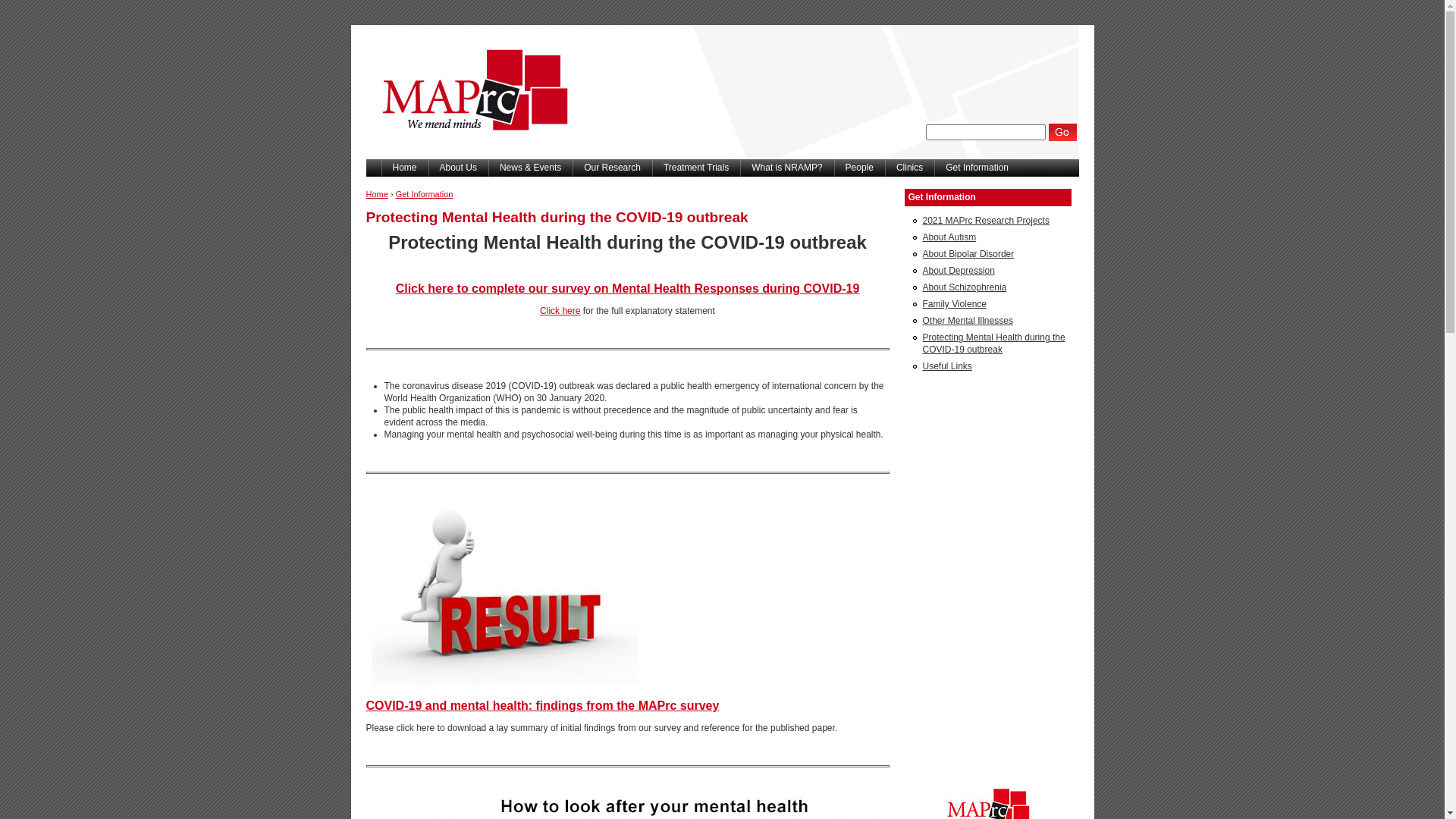 The width and height of the screenshot is (1456, 819). What do you see at coordinates (488, 168) in the screenshot?
I see `'News & Events'` at bounding box center [488, 168].